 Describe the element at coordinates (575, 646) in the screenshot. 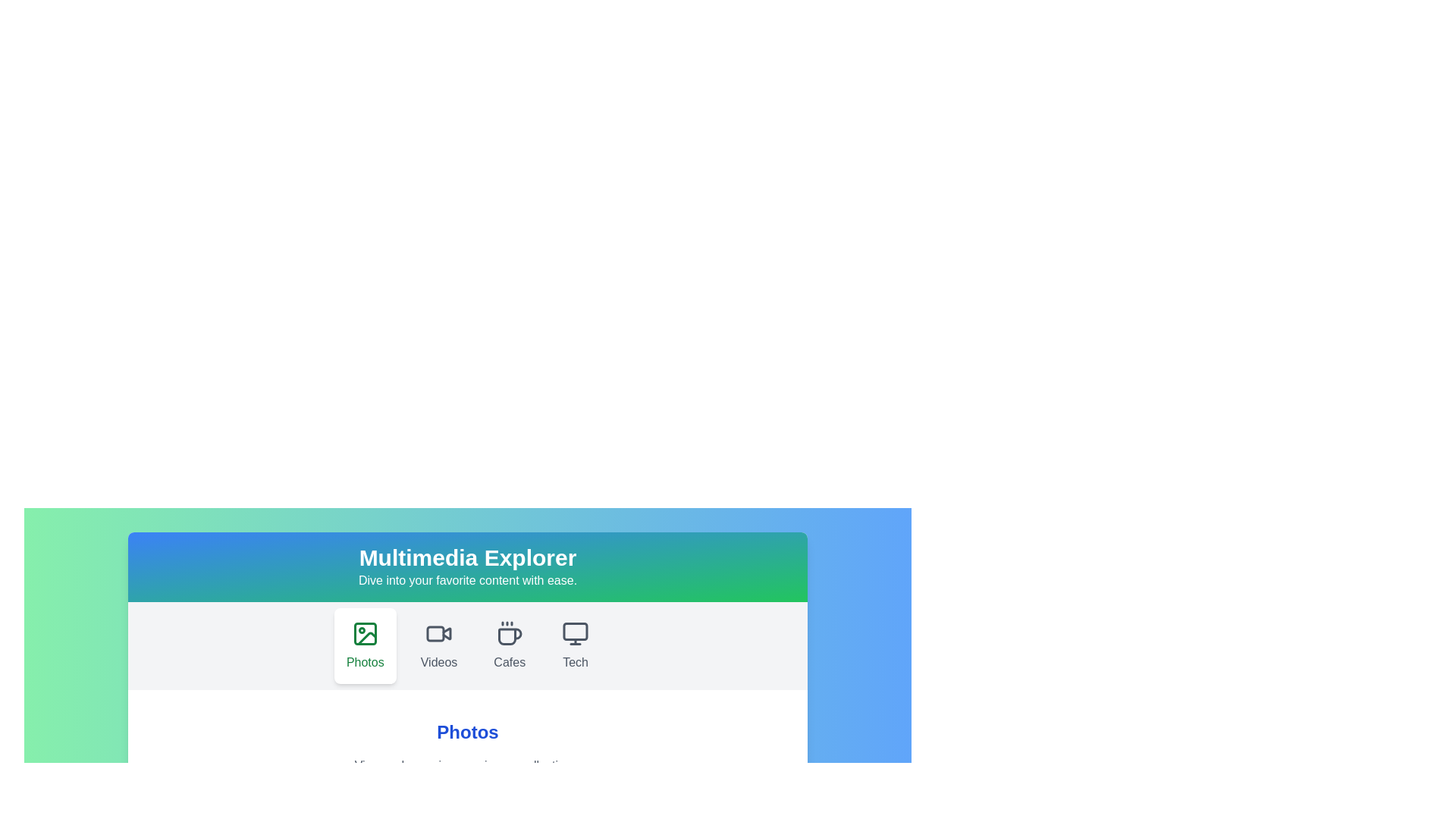

I see `the Tech tab by clicking its button` at that location.